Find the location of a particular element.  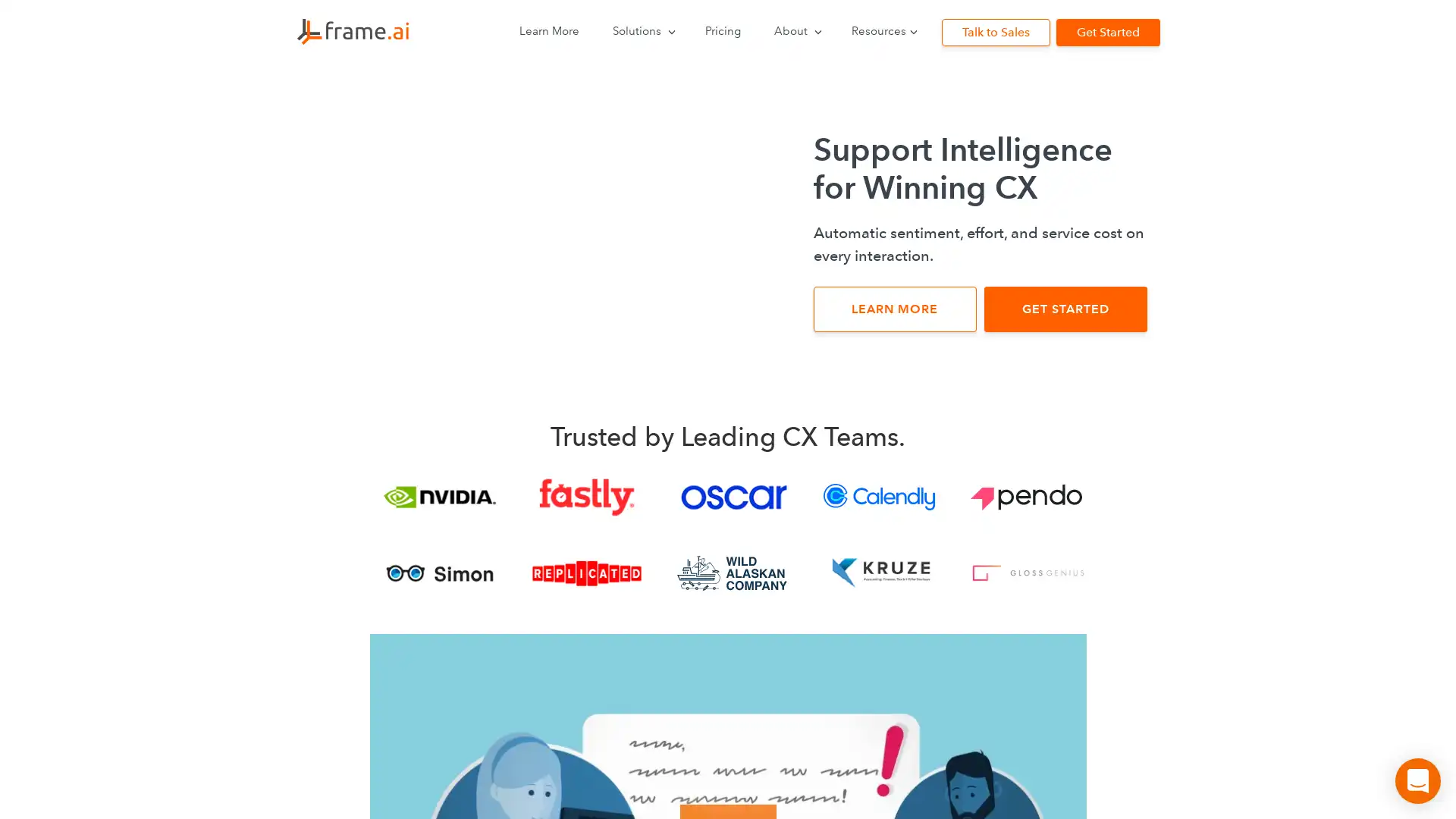

LEARN MORE is located at coordinates (894, 309).